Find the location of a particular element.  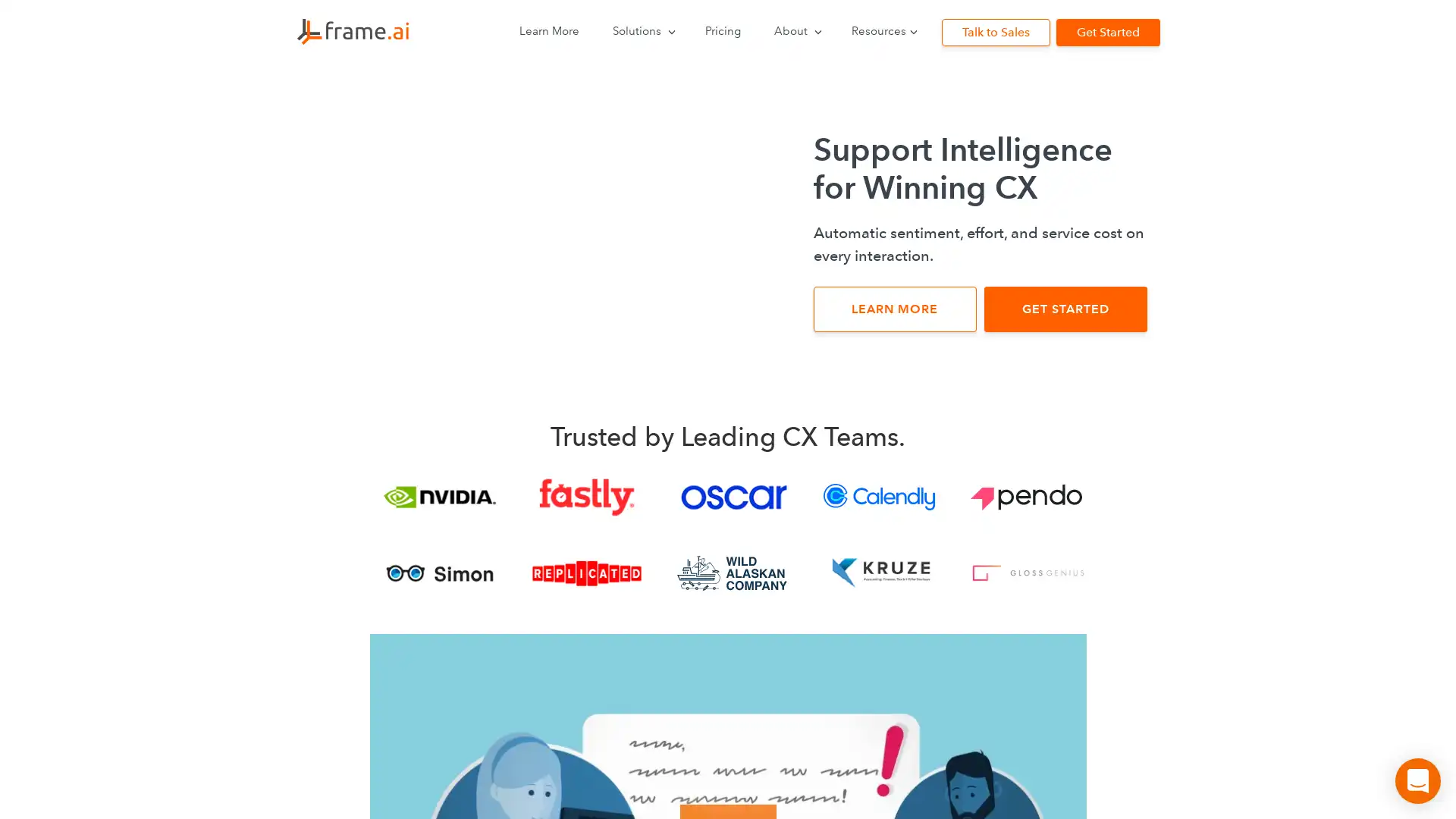

LEARN MORE is located at coordinates (894, 309).